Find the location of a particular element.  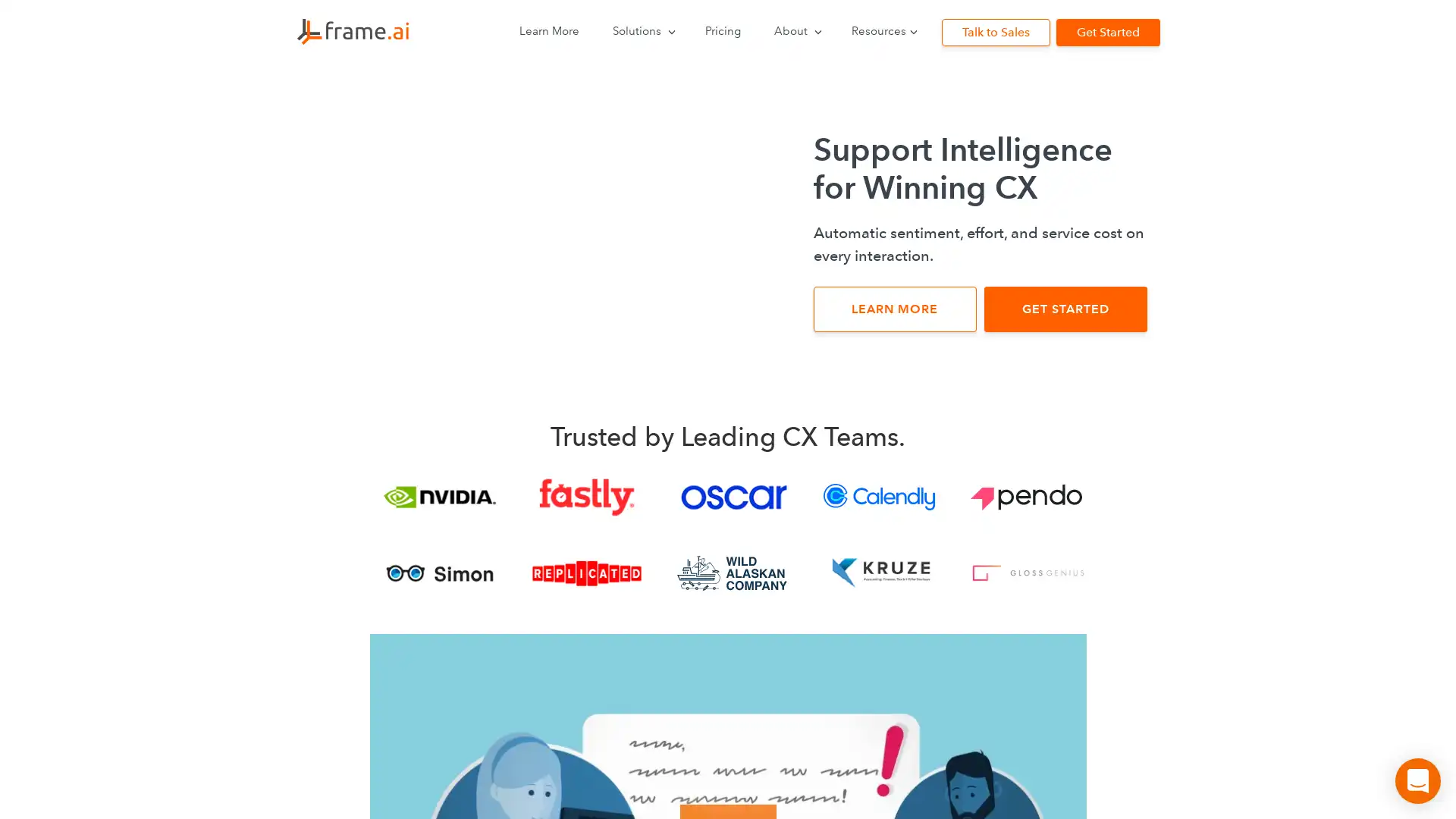

LEARN MORE is located at coordinates (894, 309).